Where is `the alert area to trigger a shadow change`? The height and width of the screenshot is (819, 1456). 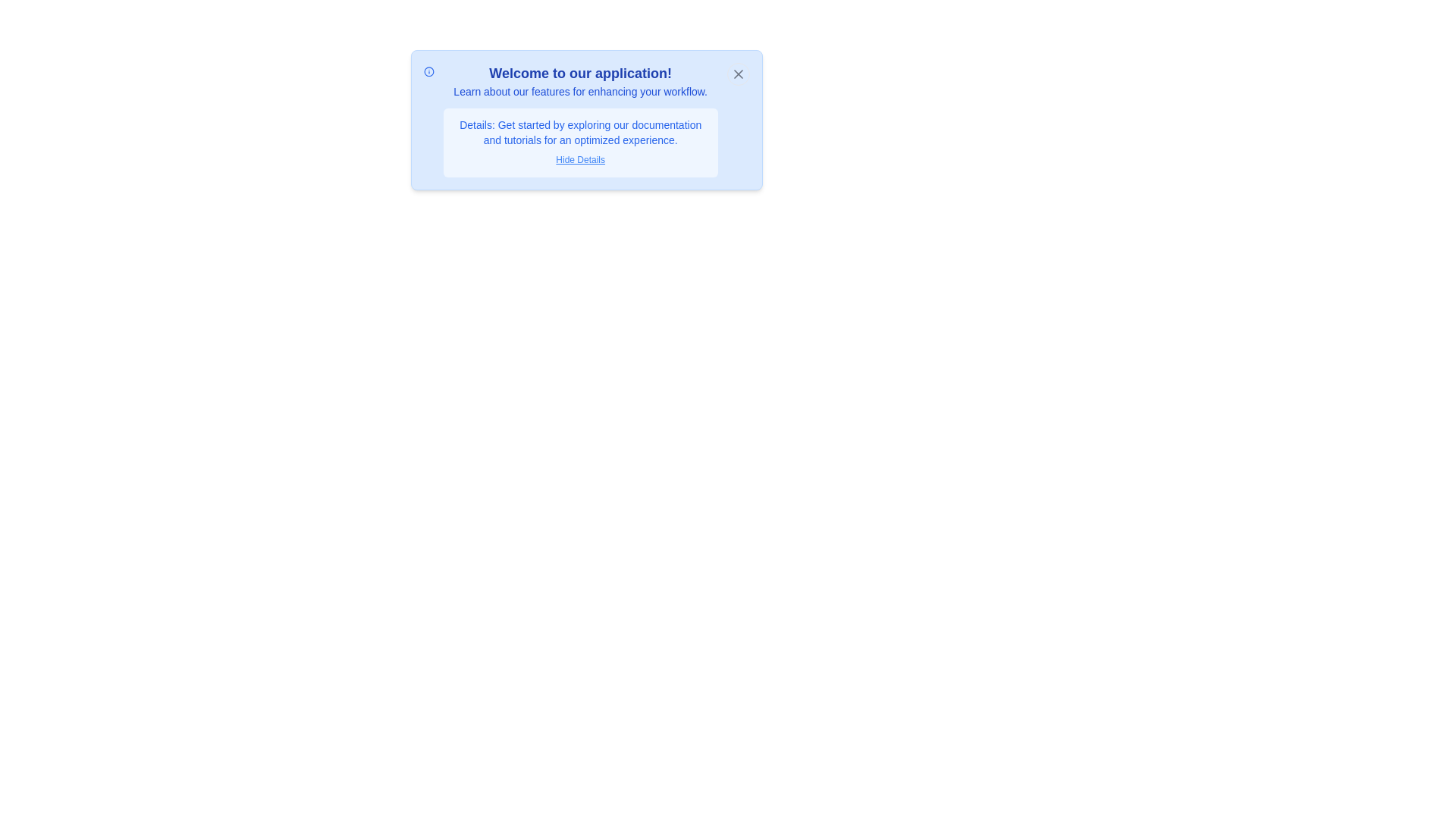 the alert area to trigger a shadow change is located at coordinates (585, 119).